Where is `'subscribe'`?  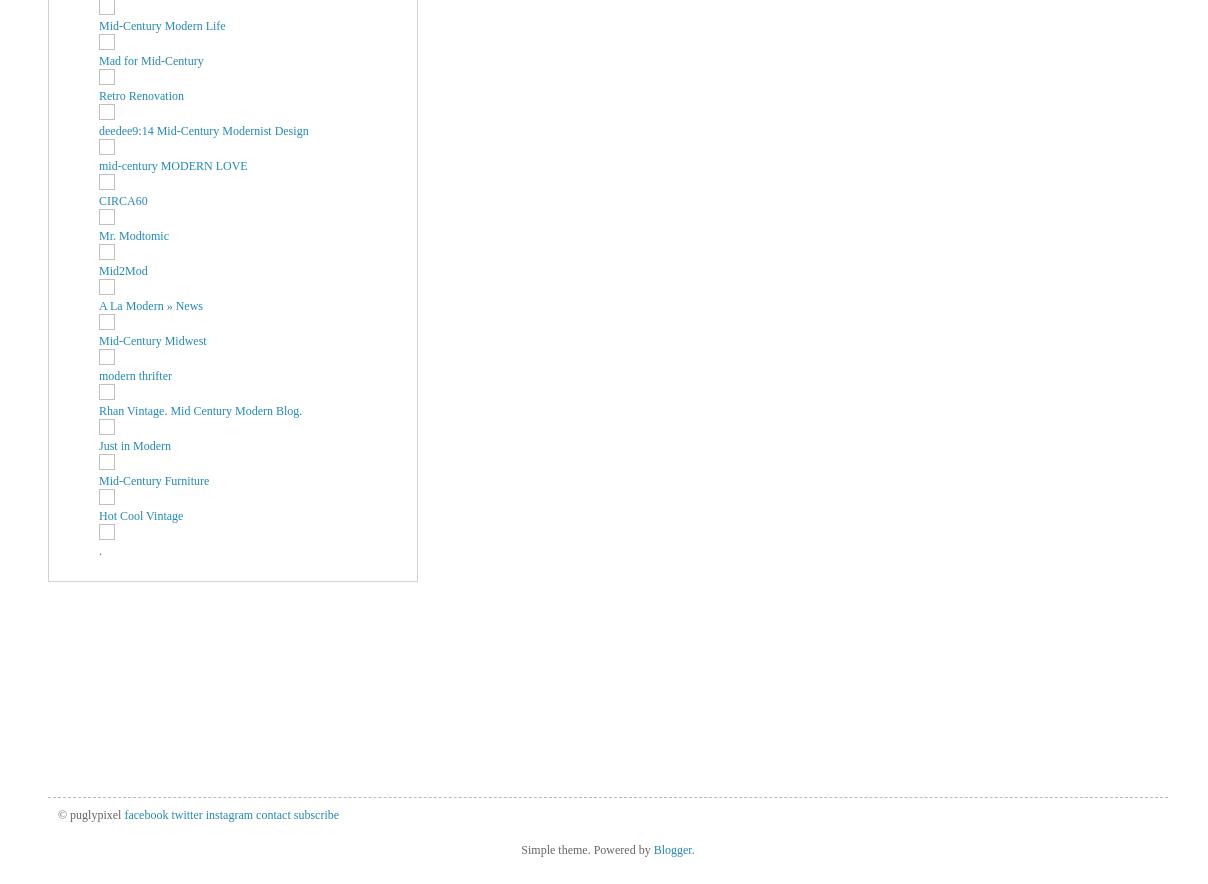 'subscribe' is located at coordinates (315, 813).